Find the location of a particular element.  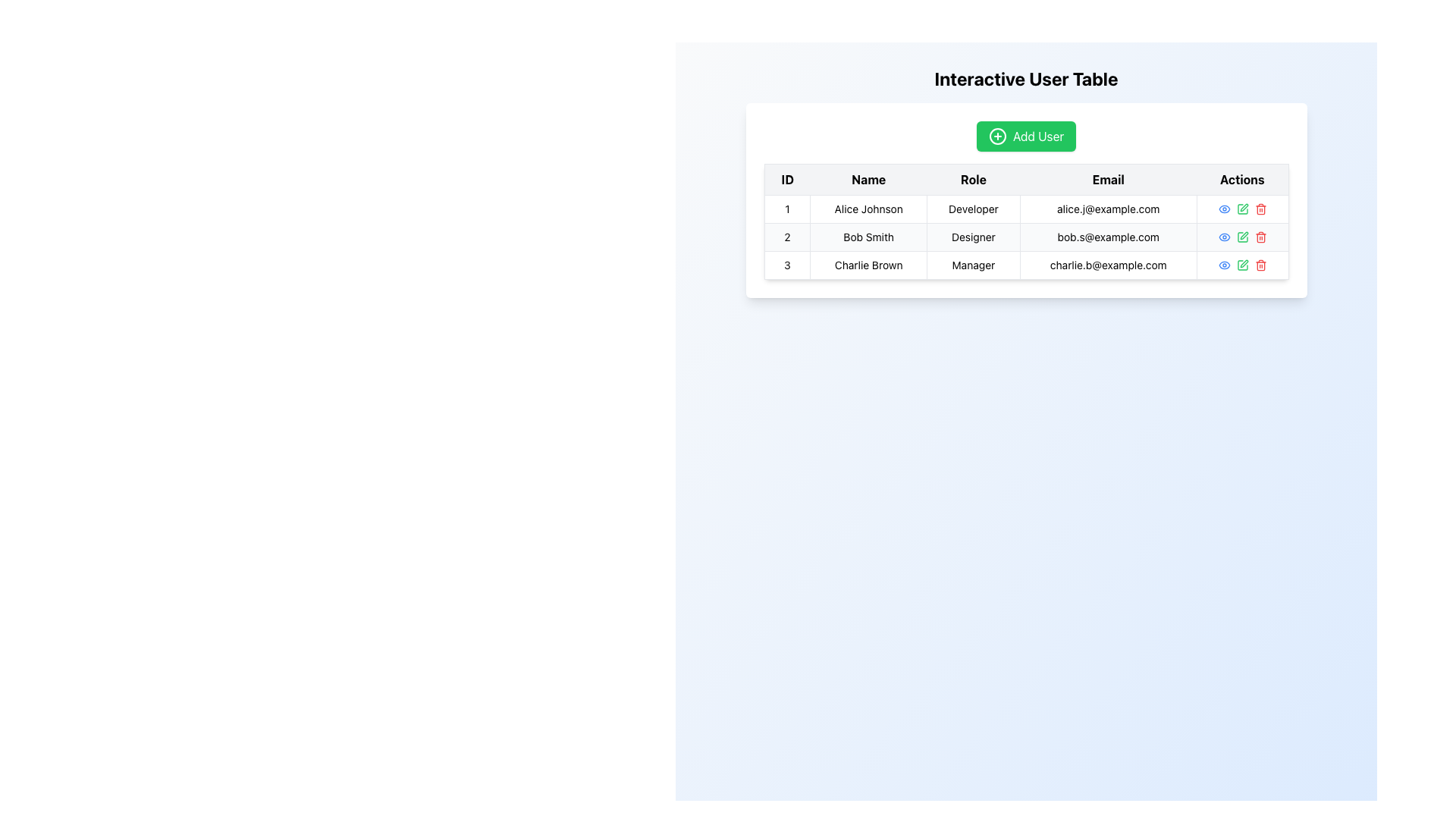

the static text element indicating the role of the user 'Alice Johnson' in the first row of the table under the 'Role' header is located at coordinates (973, 209).